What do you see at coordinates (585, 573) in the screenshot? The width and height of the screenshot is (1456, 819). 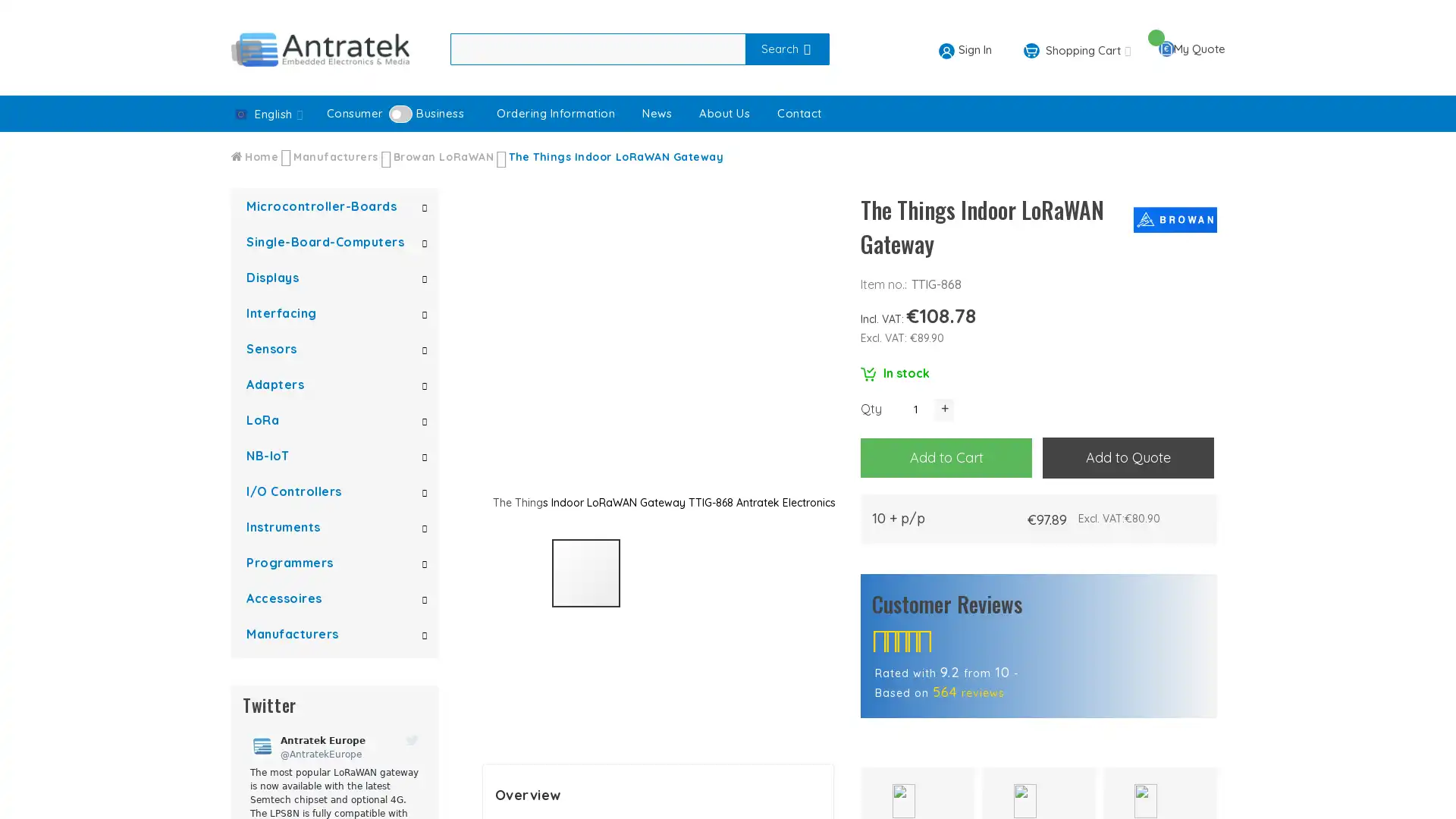 I see `The Things Indoor LoRaWAN Gateway TTIG-868 Antratek Electronics` at bounding box center [585, 573].